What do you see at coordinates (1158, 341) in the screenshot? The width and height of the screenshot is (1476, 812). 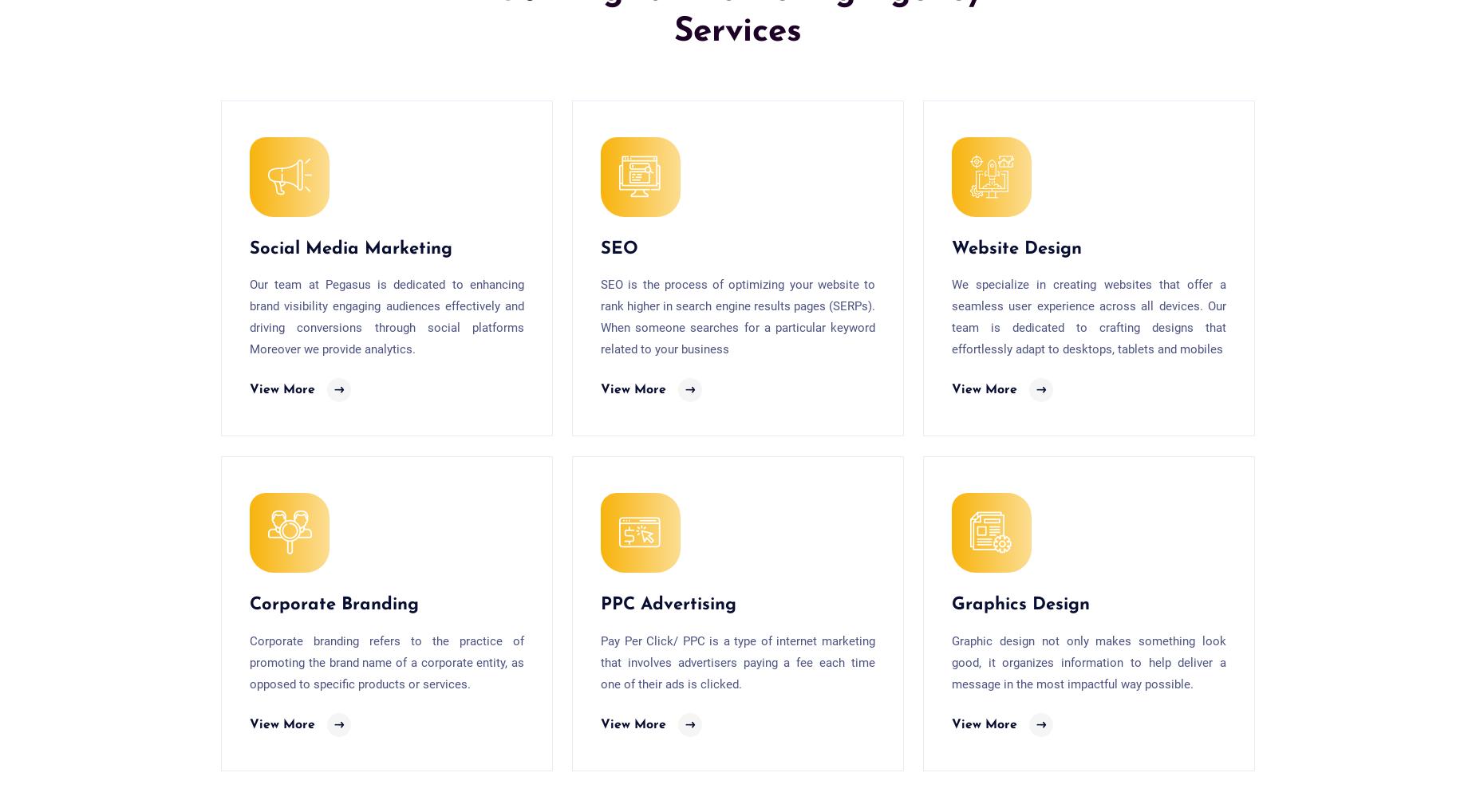 I see `'Chittorgarh'` at bounding box center [1158, 341].